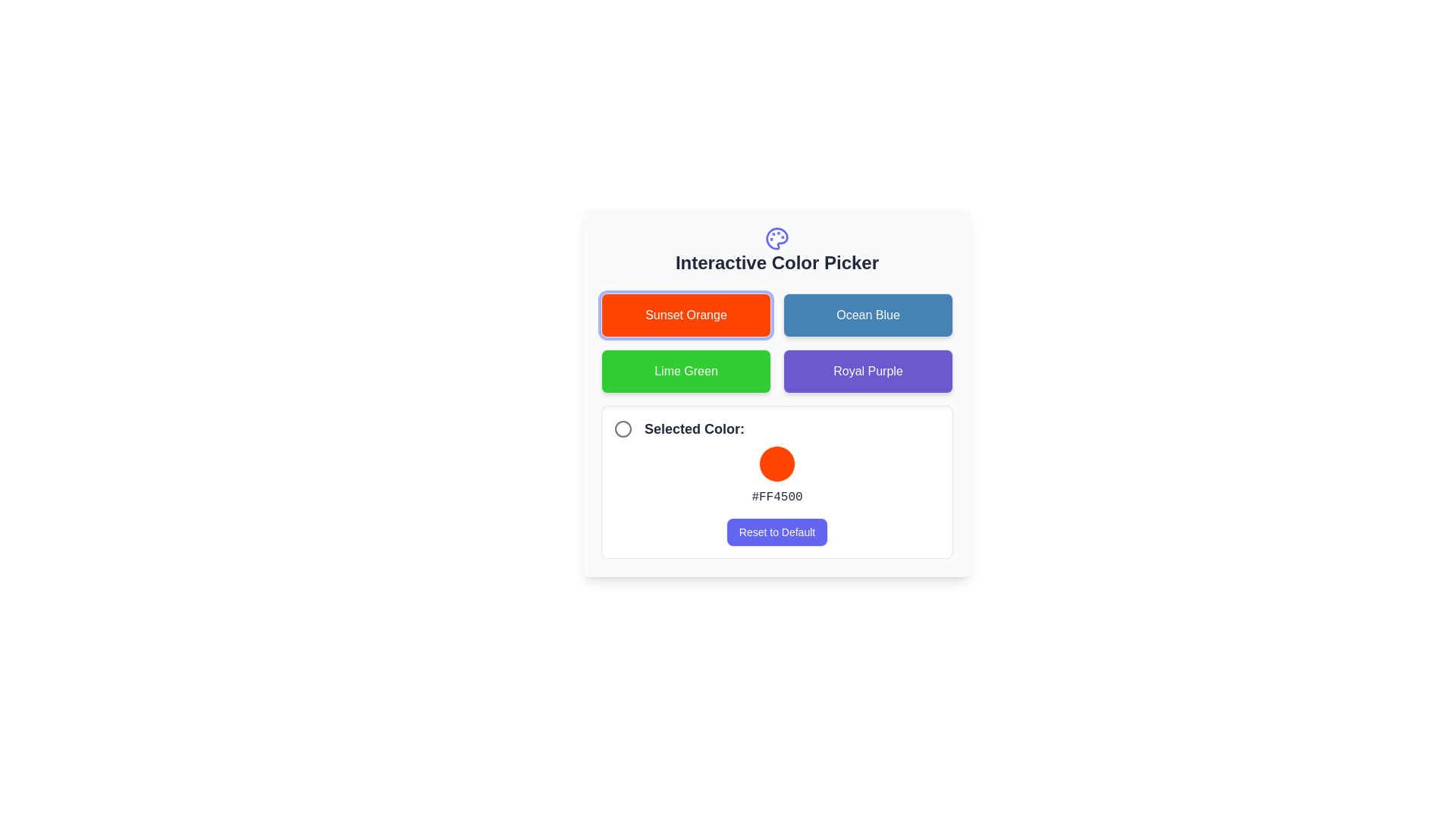 The width and height of the screenshot is (1456, 819). What do you see at coordinates (777, 463) in the screenshot?
I see `the circular colored button with a vibrant orange background that represents a color choice, located above the text '#FF4500' in the box labeled 'Selected Color:'` at bounding box center [777, 463].